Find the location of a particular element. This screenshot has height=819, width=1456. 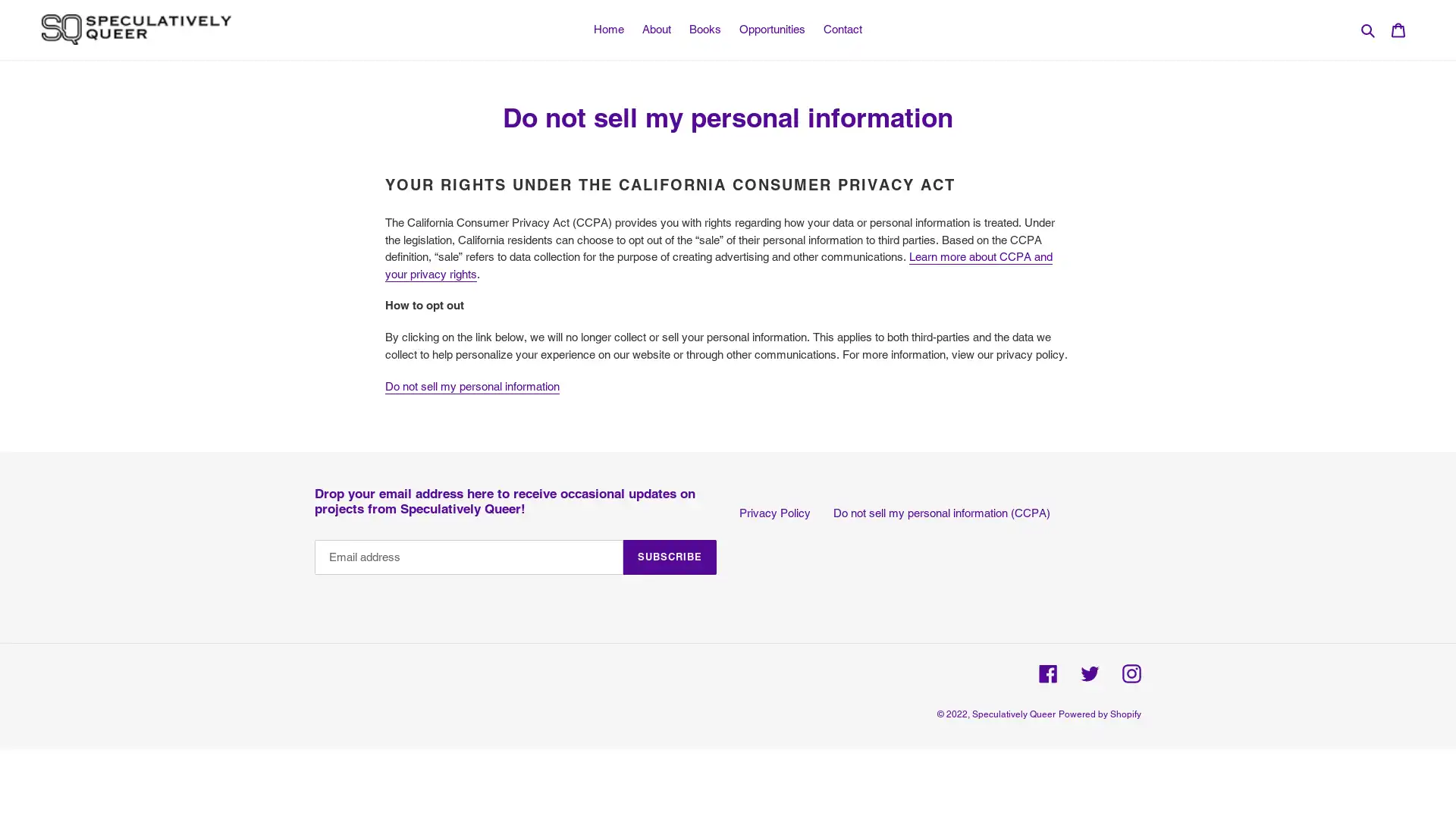

SUBSCRIBE is located at coordinates (669, 556).